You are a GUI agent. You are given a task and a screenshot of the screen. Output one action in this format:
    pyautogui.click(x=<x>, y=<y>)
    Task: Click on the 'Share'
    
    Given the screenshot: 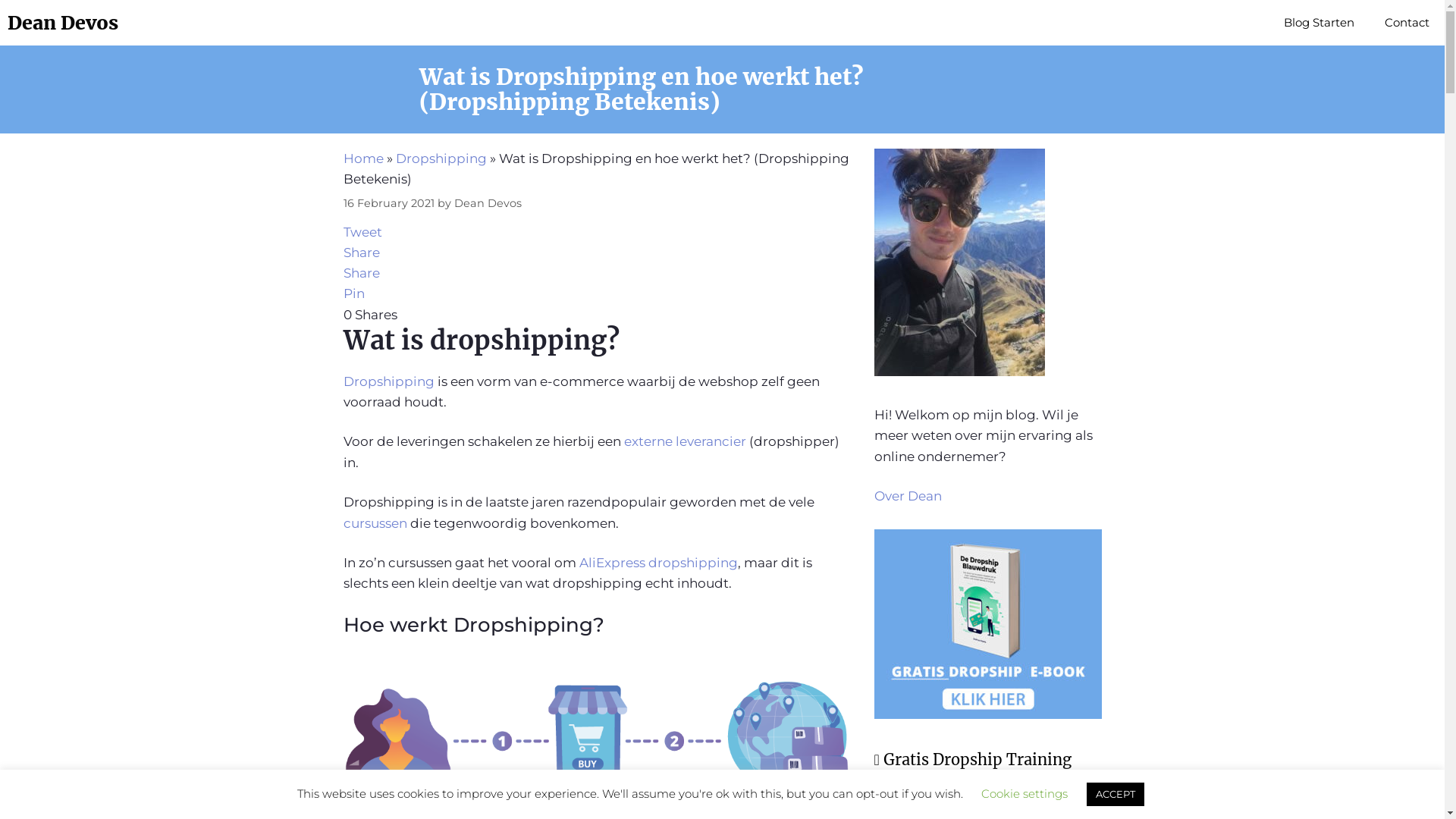 What is the action you would take?
    pyautogui.click(x=359, y=271)
    